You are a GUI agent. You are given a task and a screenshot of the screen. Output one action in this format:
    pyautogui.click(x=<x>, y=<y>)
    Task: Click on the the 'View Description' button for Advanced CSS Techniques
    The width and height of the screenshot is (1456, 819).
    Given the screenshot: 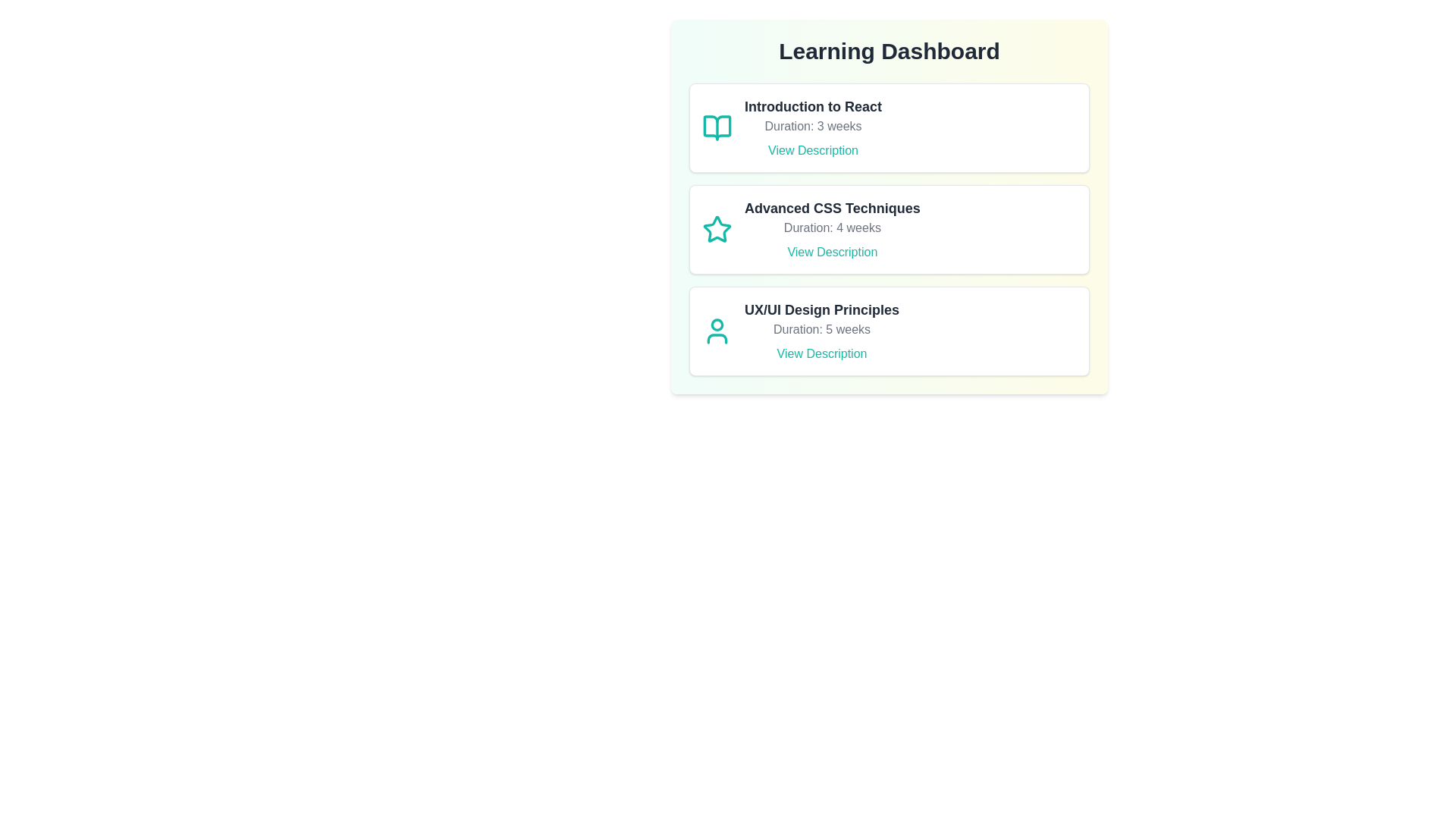 What is the action you would take?
    pyautogui.click(x=831, y=251)
    